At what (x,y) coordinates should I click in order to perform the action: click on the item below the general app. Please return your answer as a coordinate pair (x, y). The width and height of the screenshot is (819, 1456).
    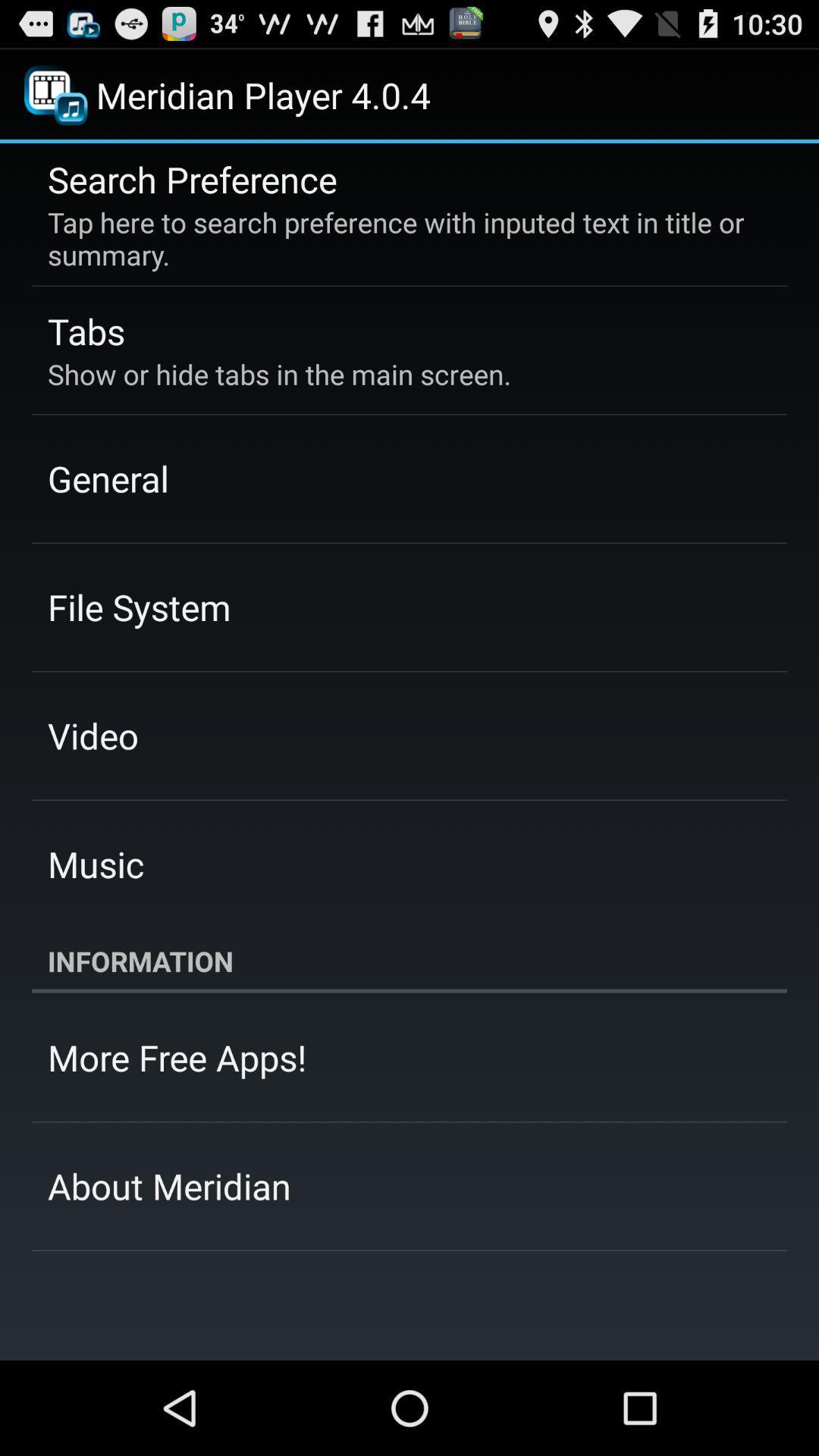
    Looking at the image, I should click on (139, 607).